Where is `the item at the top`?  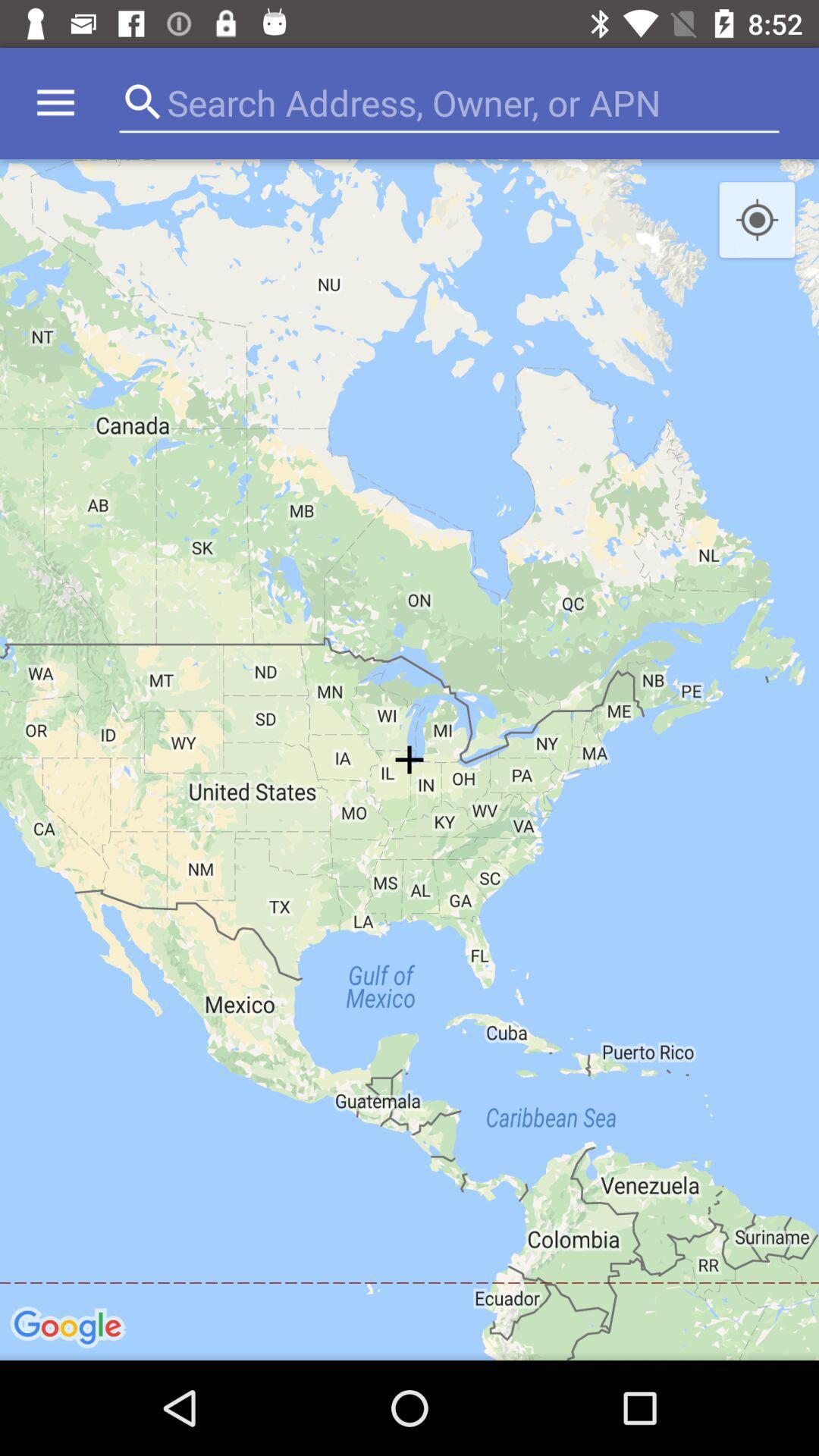 the item at the top is located at coordinates (444, 102).